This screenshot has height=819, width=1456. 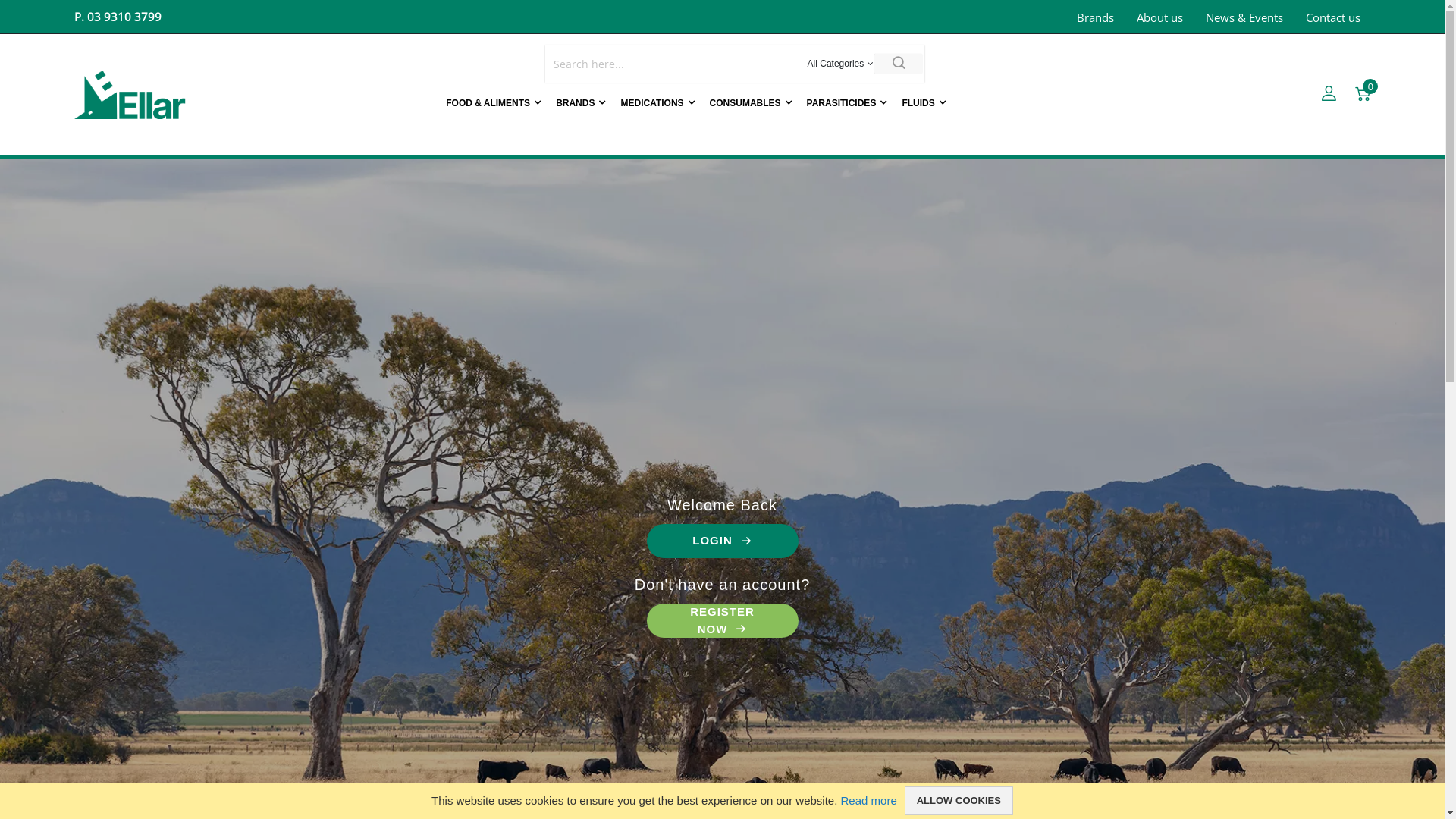 I want to click on 'CONSUMABLES', so click(x=750, y=102).